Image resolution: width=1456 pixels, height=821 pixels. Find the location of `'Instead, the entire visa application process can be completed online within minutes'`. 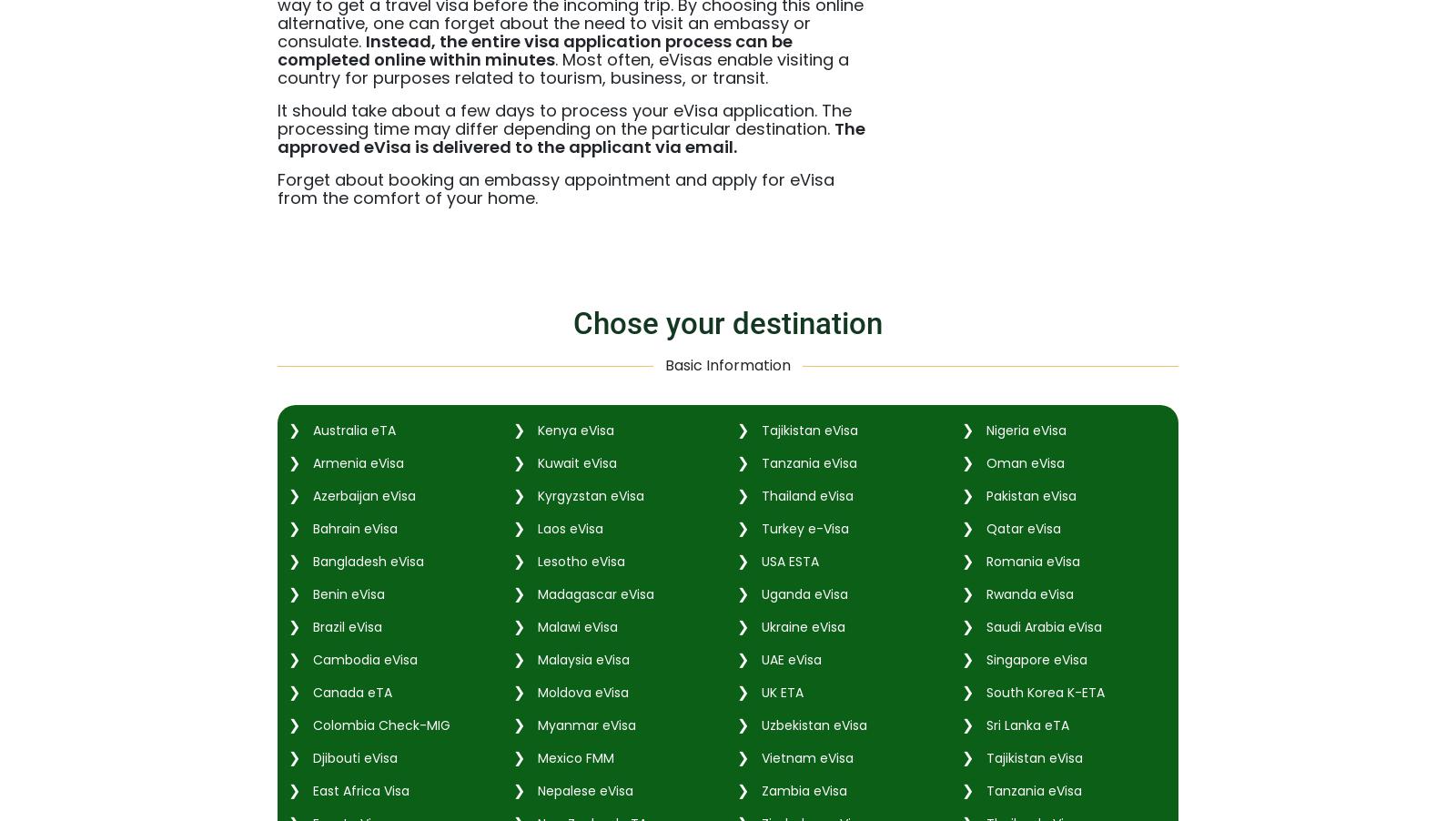

'Instead, the entire visa application process can be completed online within minutes' is located at coordinates (534, 48).